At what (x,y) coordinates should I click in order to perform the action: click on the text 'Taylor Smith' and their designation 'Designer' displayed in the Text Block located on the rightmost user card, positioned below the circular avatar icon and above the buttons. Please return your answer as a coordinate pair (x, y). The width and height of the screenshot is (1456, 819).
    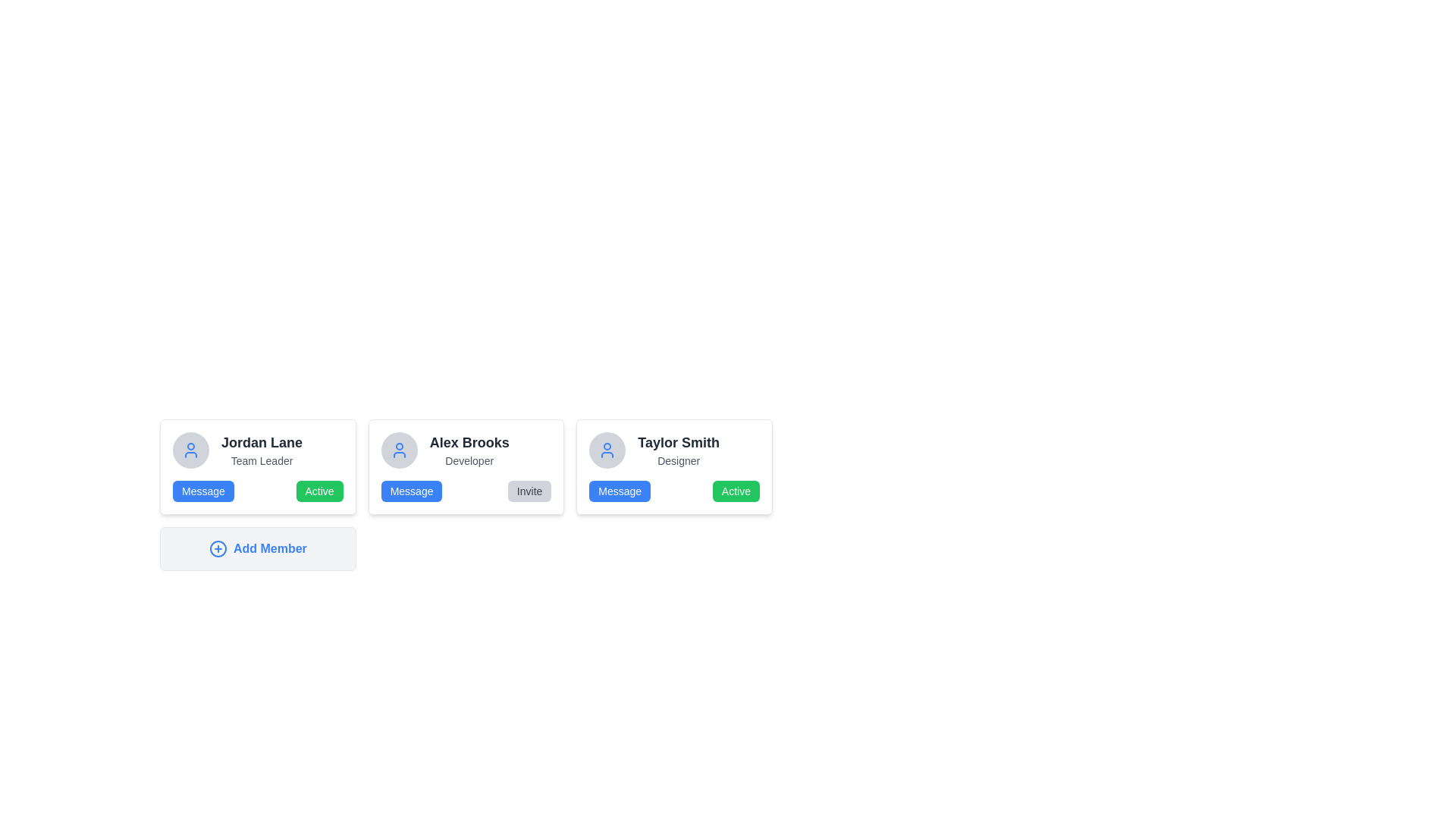
    Looking at the image, I should click on (677, 450).